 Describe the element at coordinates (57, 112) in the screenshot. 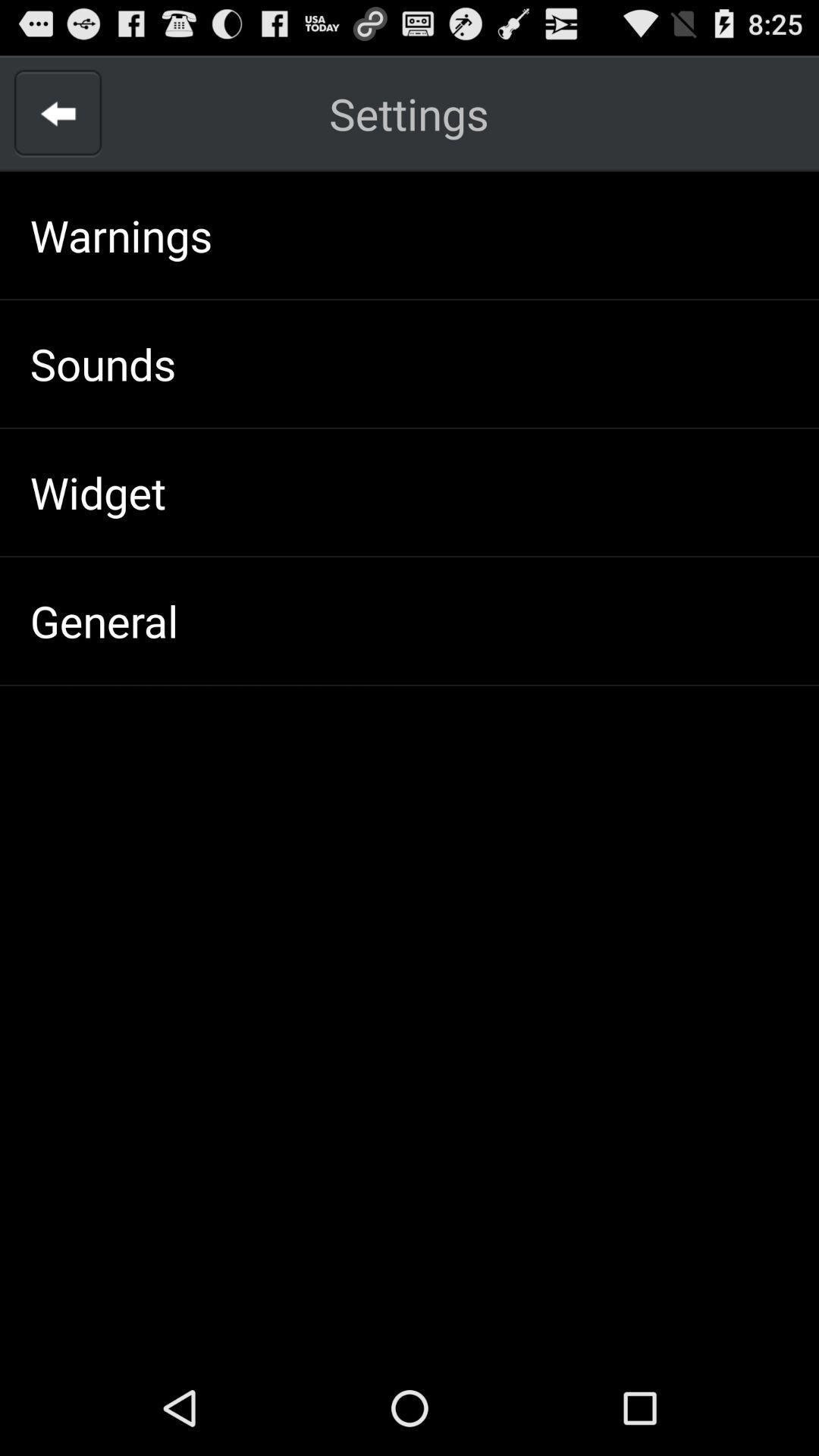

I see `the icon to the left of the settings item` at that location.